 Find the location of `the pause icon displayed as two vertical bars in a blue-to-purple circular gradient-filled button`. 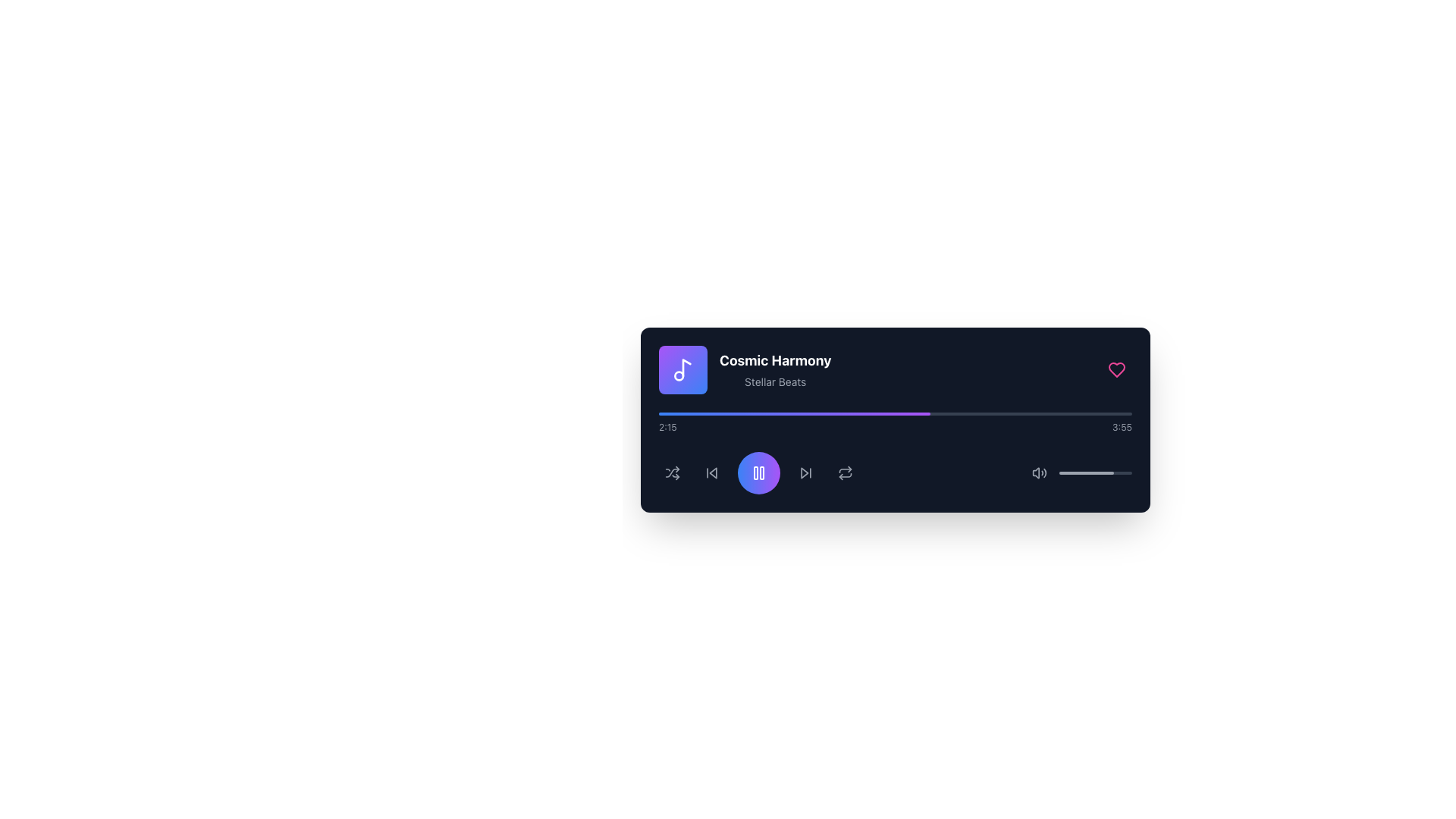

the pause icon displayed as two vertical bars in a blue-to-purple circular gradient-filled button is located at coordinates (759, 472).